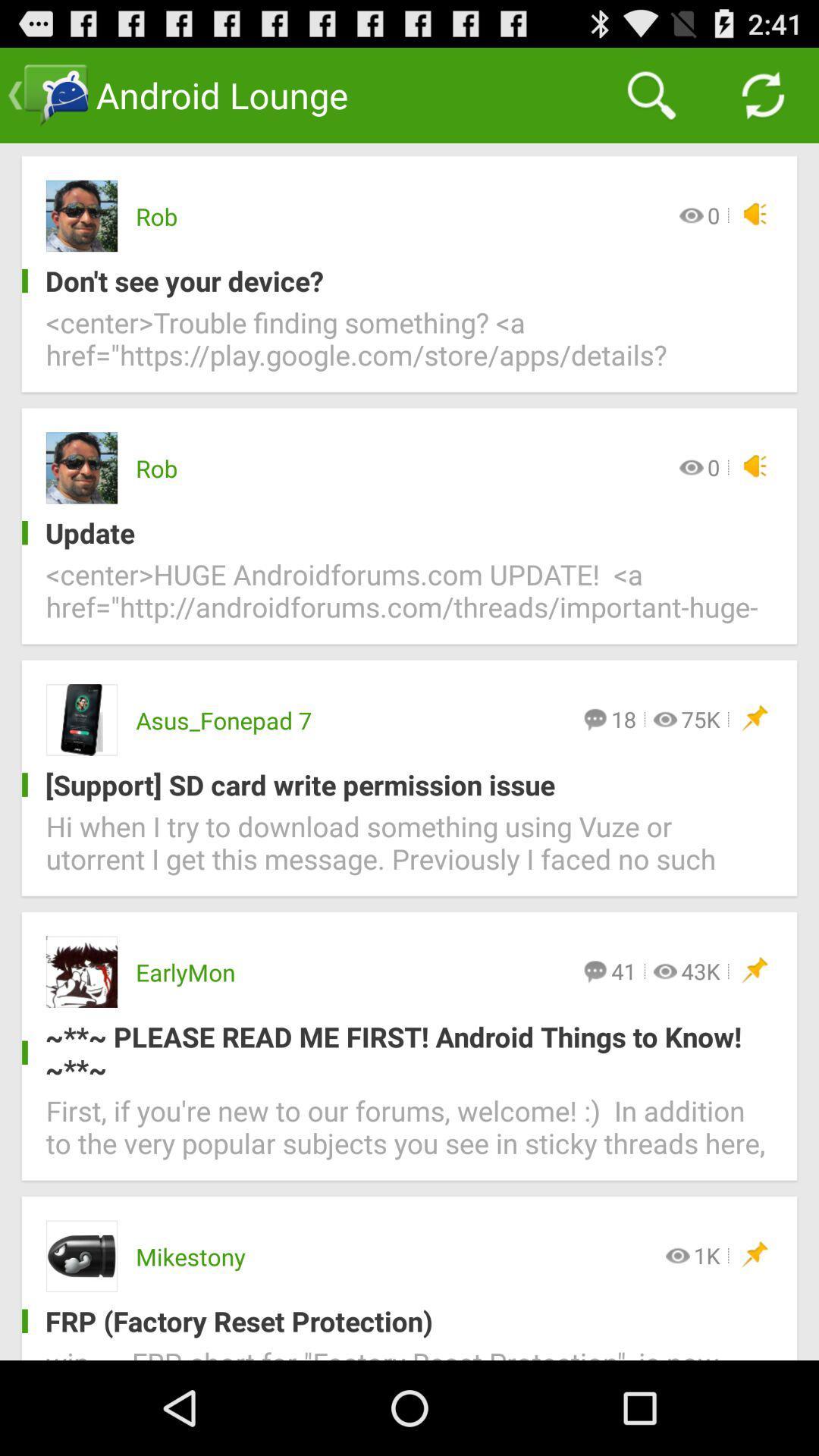 The width and height of the screenshot is (819, 1456). I want to click on the hi when i icon, so click(409, 852).